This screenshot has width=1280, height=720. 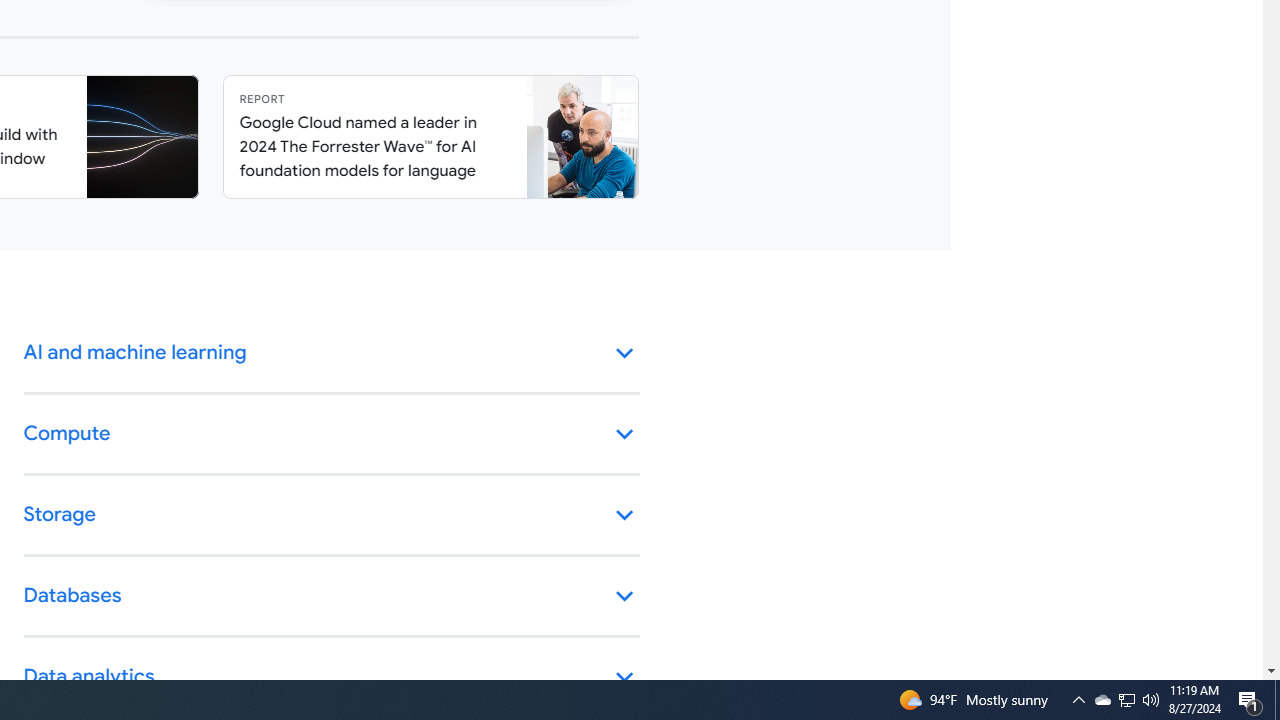 I want to click on 'AI and machine learning keyboard_arrow_down', so click(x=331, y=353).